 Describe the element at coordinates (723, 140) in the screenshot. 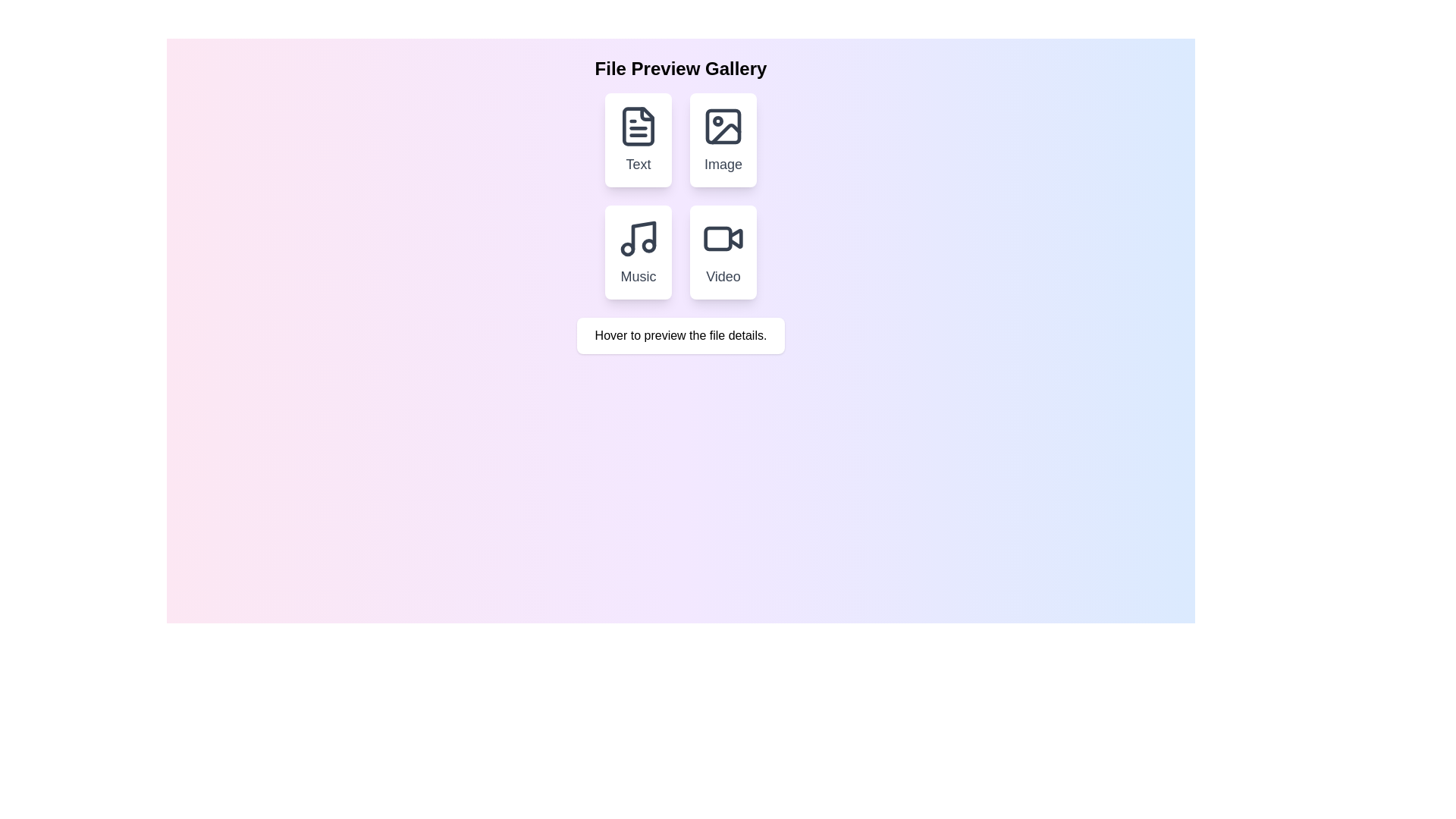

I see `the card in the top-right corner of the grid that represents image-related features` at that location.